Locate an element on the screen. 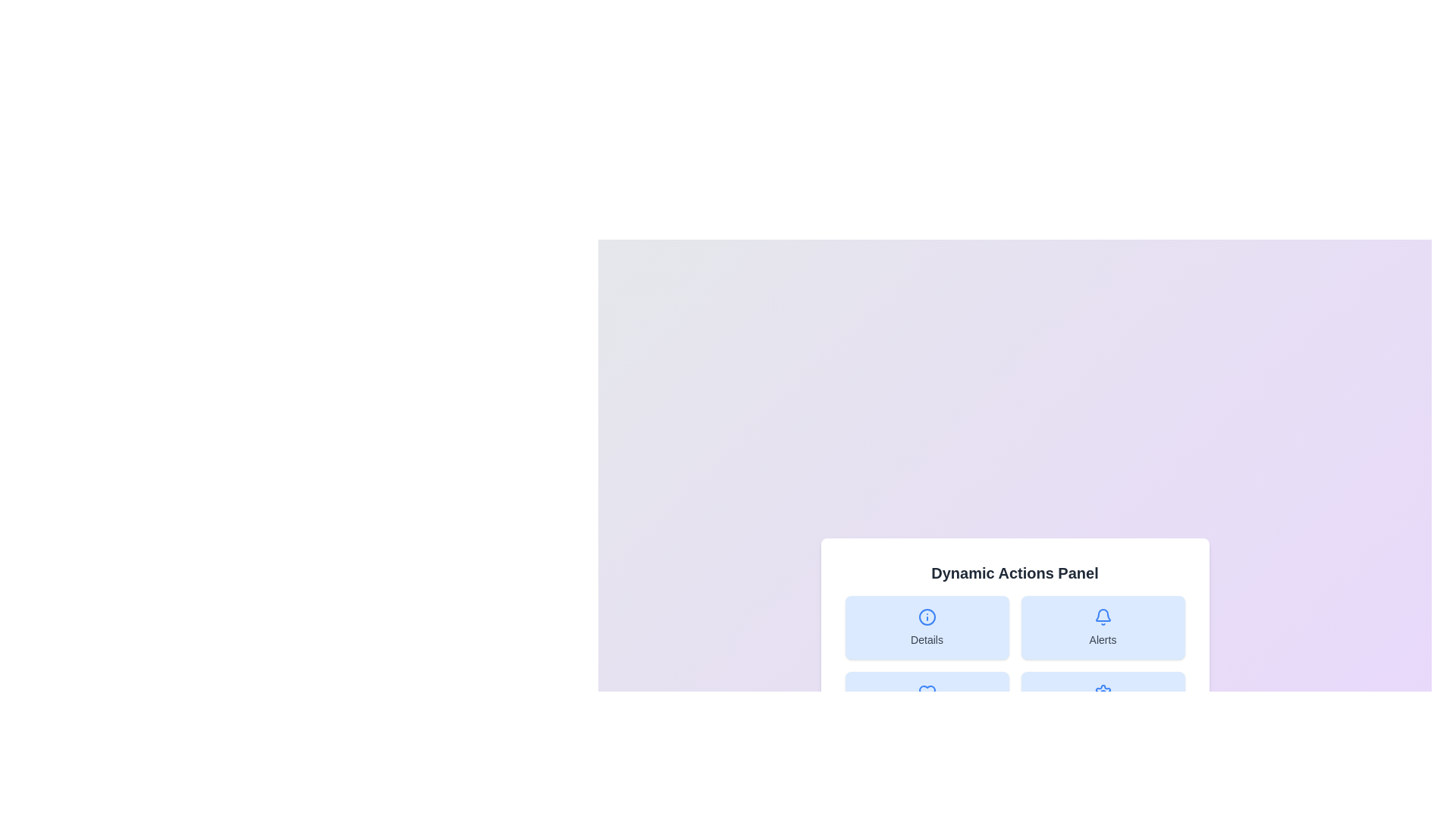 The image size is (1456, 819). the 'Details' icon which is centrally located within the 'Details' card in the top-left quadrant of the grid under the 'Dynamic Actions Panel' is located at coordinates (926, 617).